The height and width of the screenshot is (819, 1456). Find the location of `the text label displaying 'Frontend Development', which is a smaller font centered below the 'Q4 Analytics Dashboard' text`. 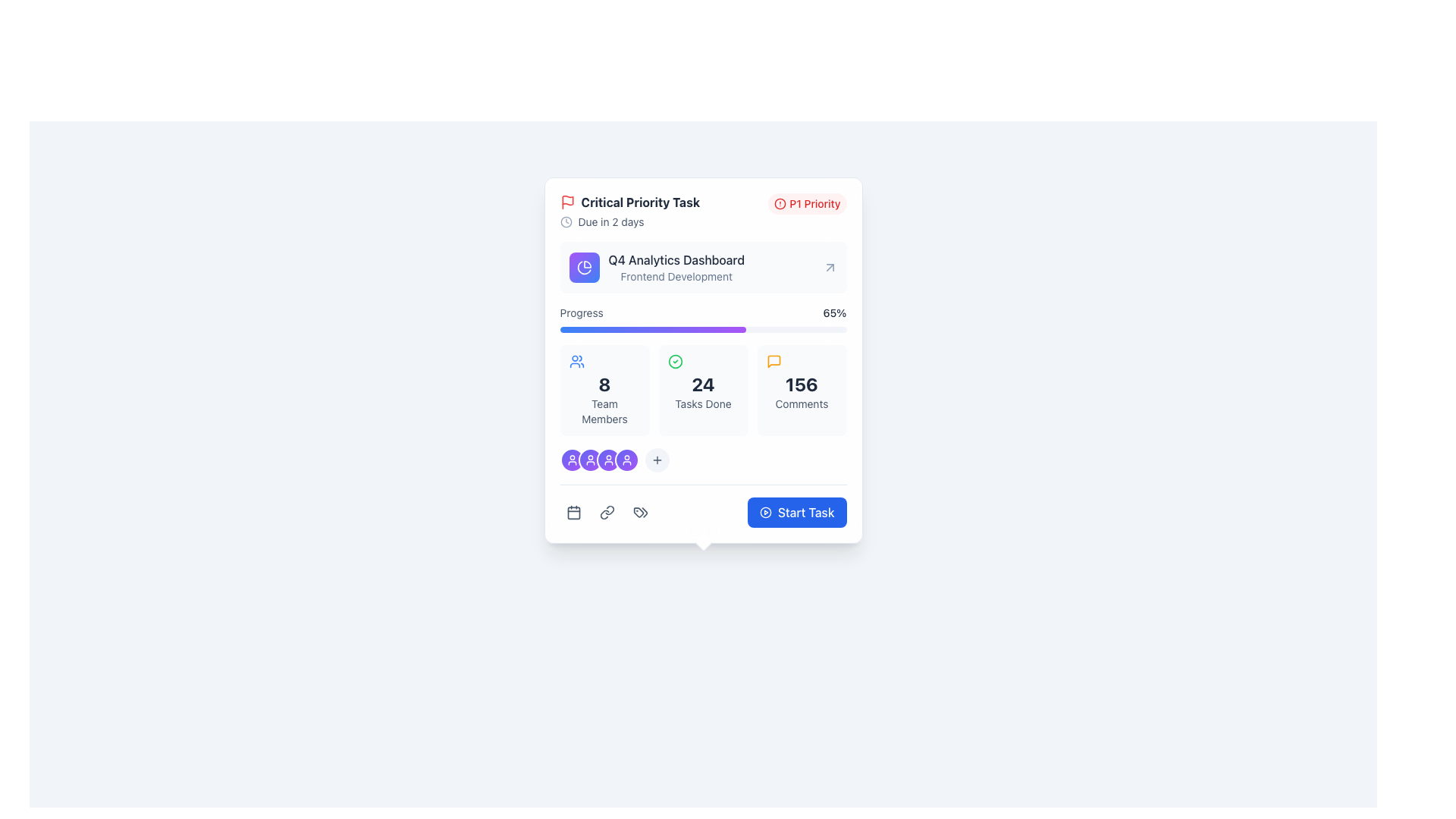

the text label displaying 'Frontend Development', which is a smaller font centered below the 'Q4 Analytics Dashboard' text is located at coordinates (676, 277).